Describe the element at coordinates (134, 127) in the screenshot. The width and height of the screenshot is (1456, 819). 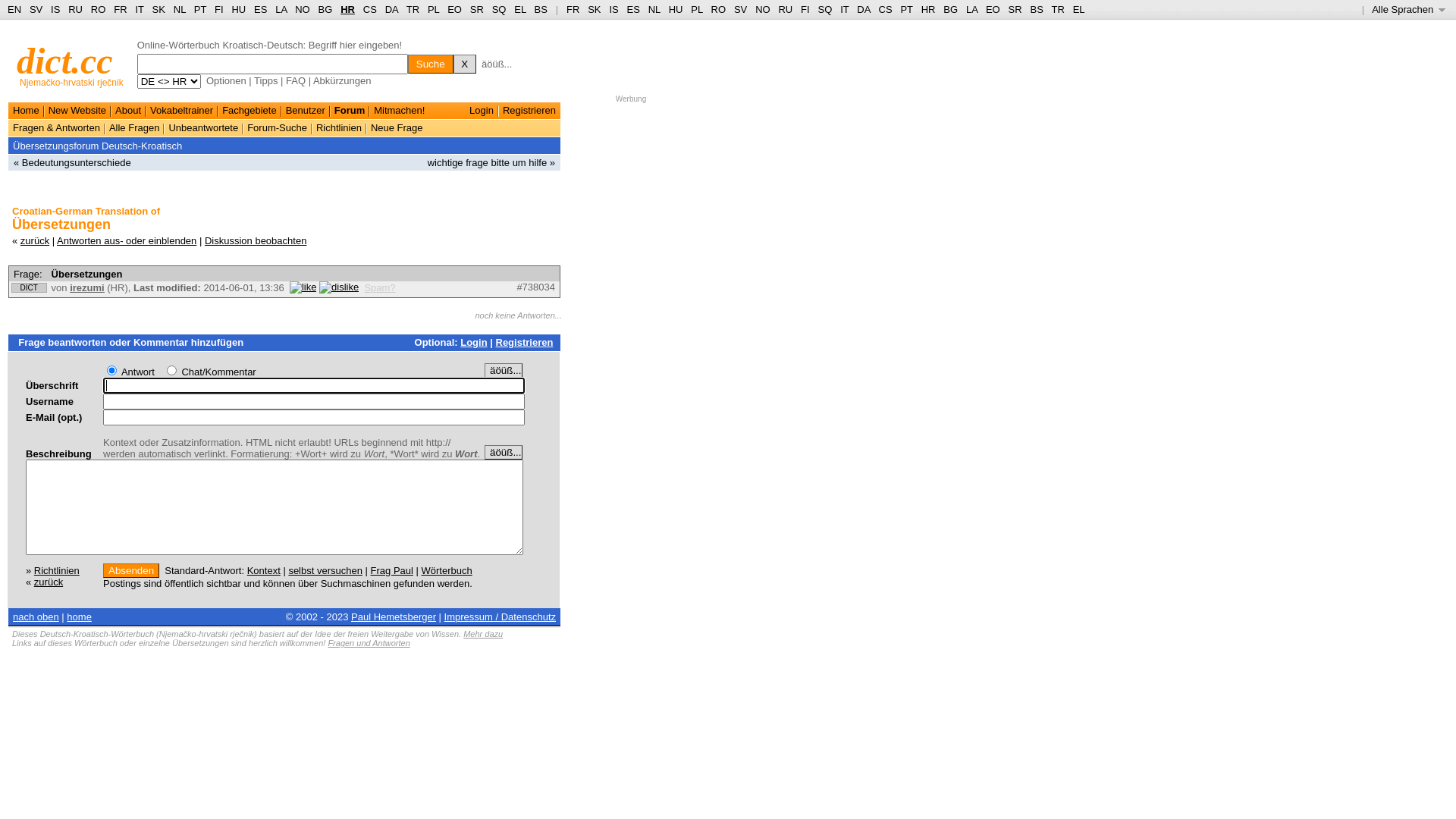
I see `'Alle Fragen'` at that location.